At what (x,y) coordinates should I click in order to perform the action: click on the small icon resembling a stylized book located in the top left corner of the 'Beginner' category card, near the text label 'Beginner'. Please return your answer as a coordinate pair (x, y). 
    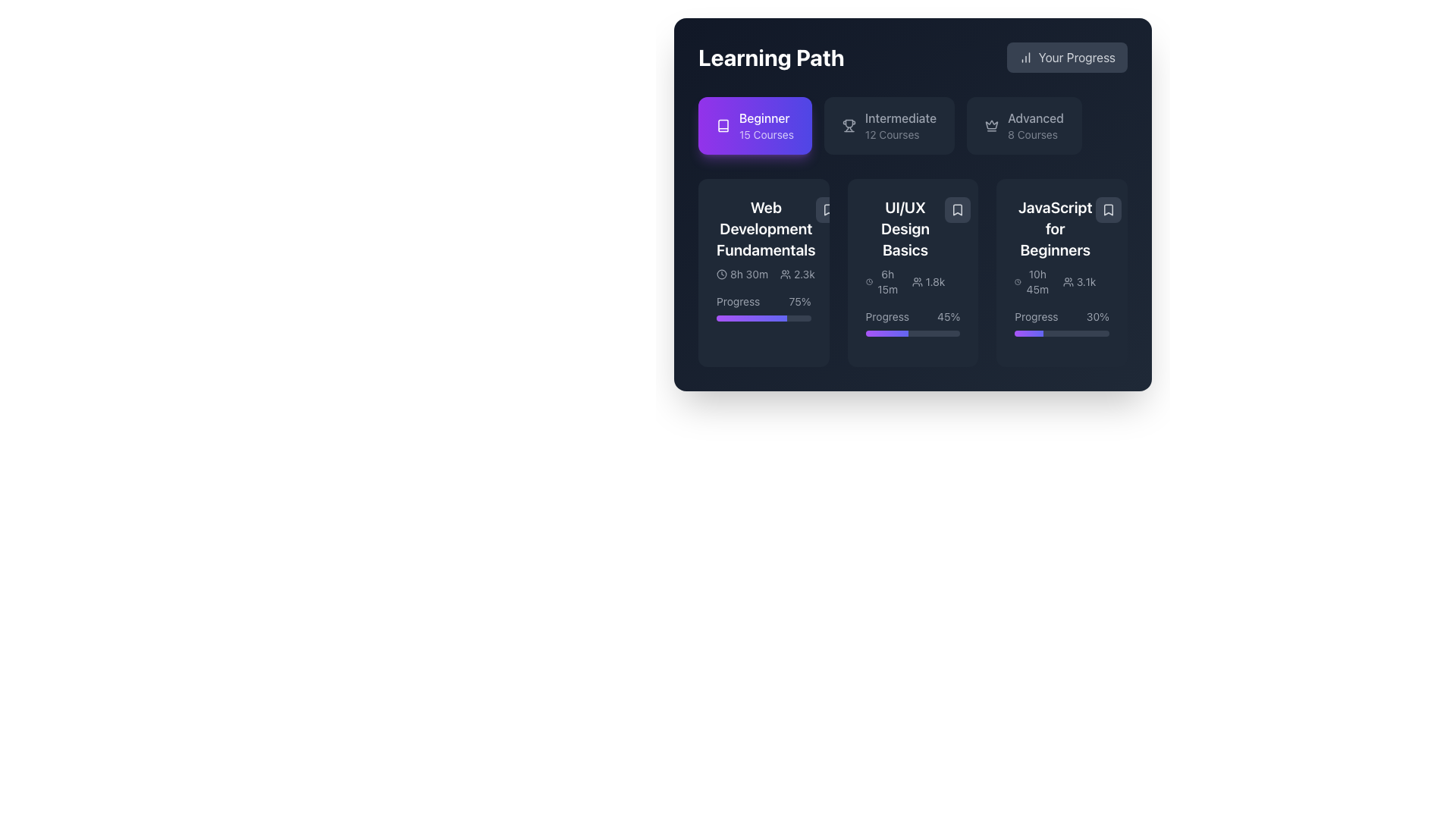
    Looking at the image, I should click on (723, 124).